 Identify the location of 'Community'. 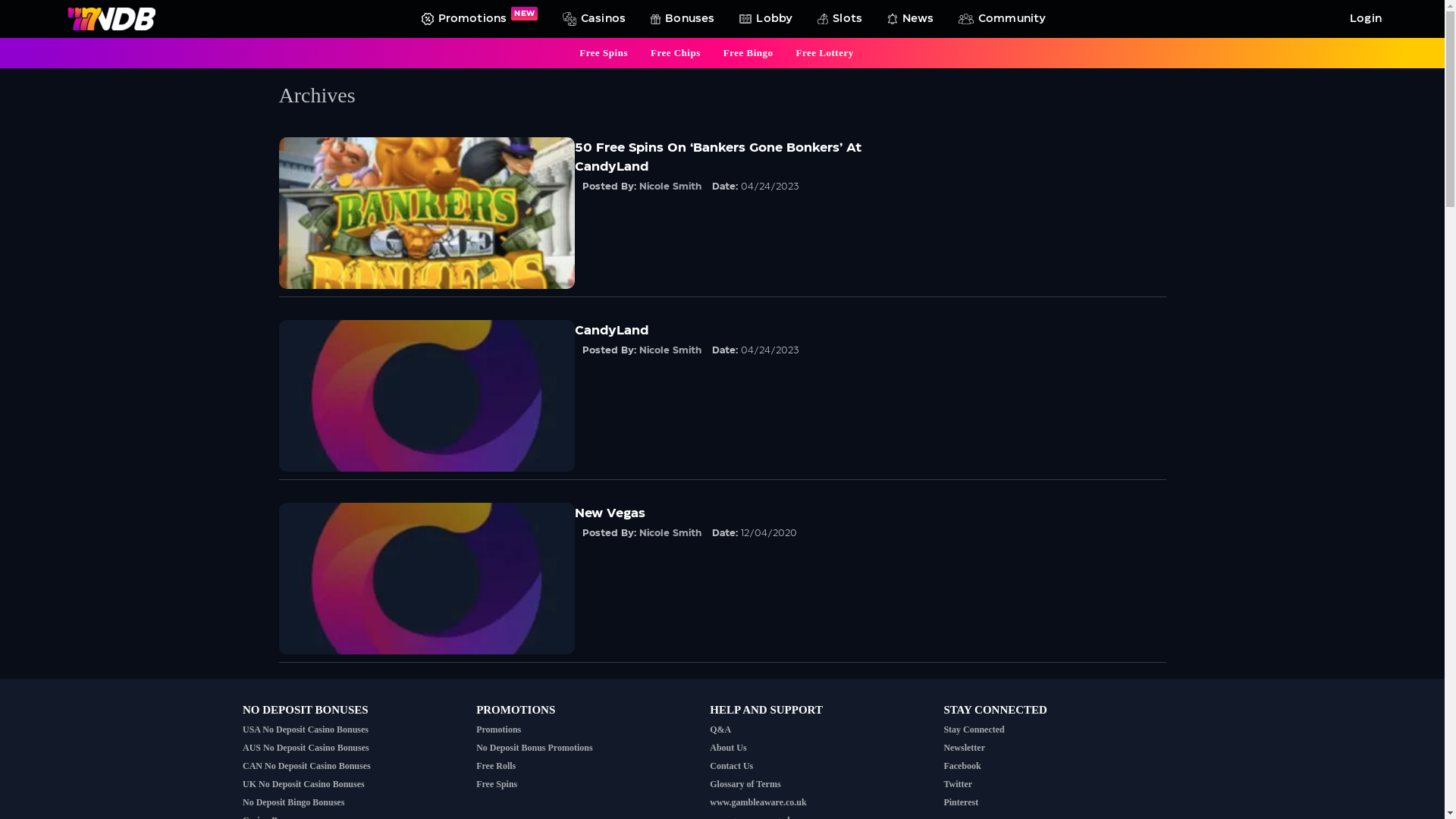
(999, 18).